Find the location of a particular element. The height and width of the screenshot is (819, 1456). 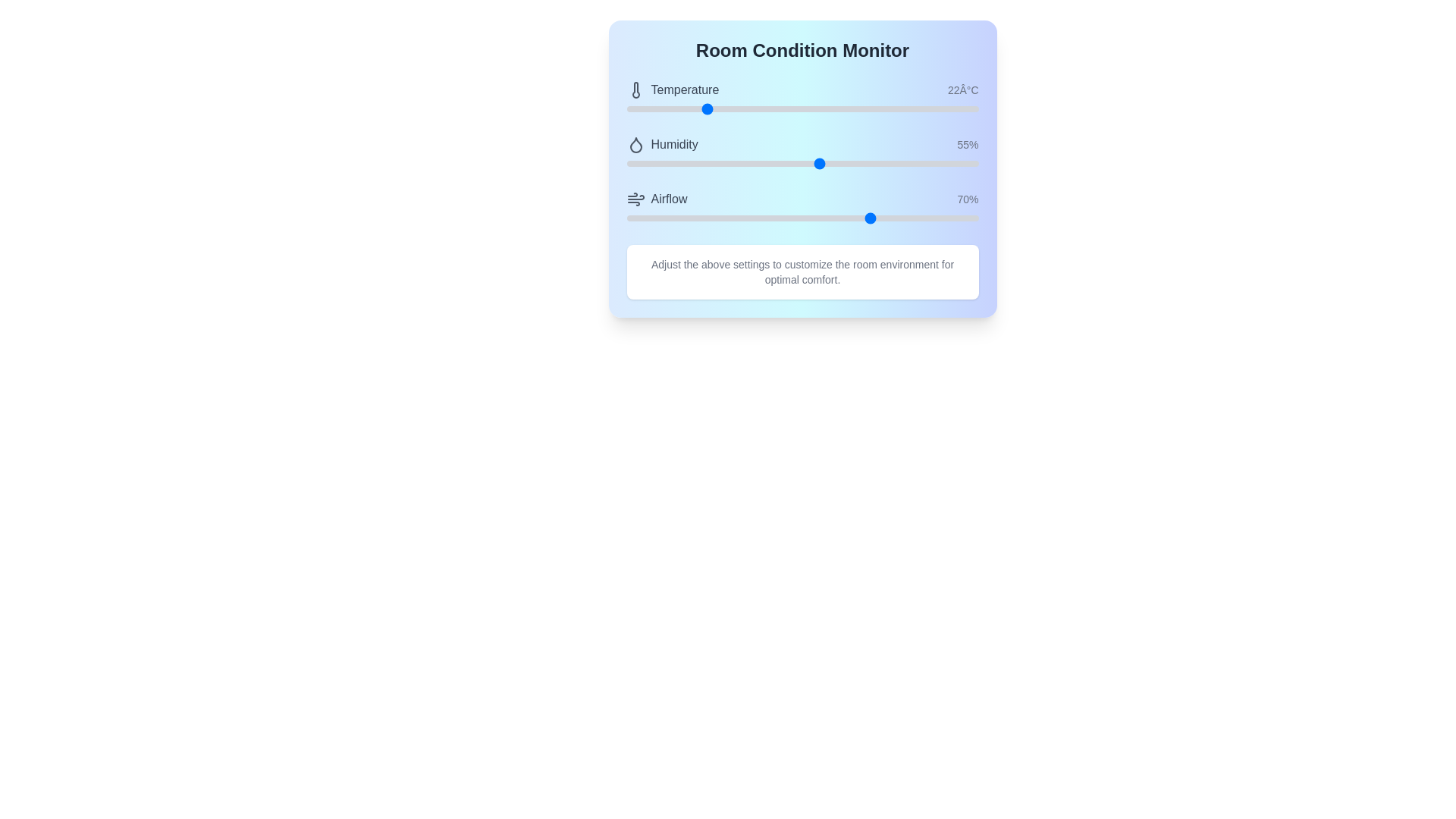

the sliders in the Interactive status display and adjustment panel is located at coordinates (802, 154).